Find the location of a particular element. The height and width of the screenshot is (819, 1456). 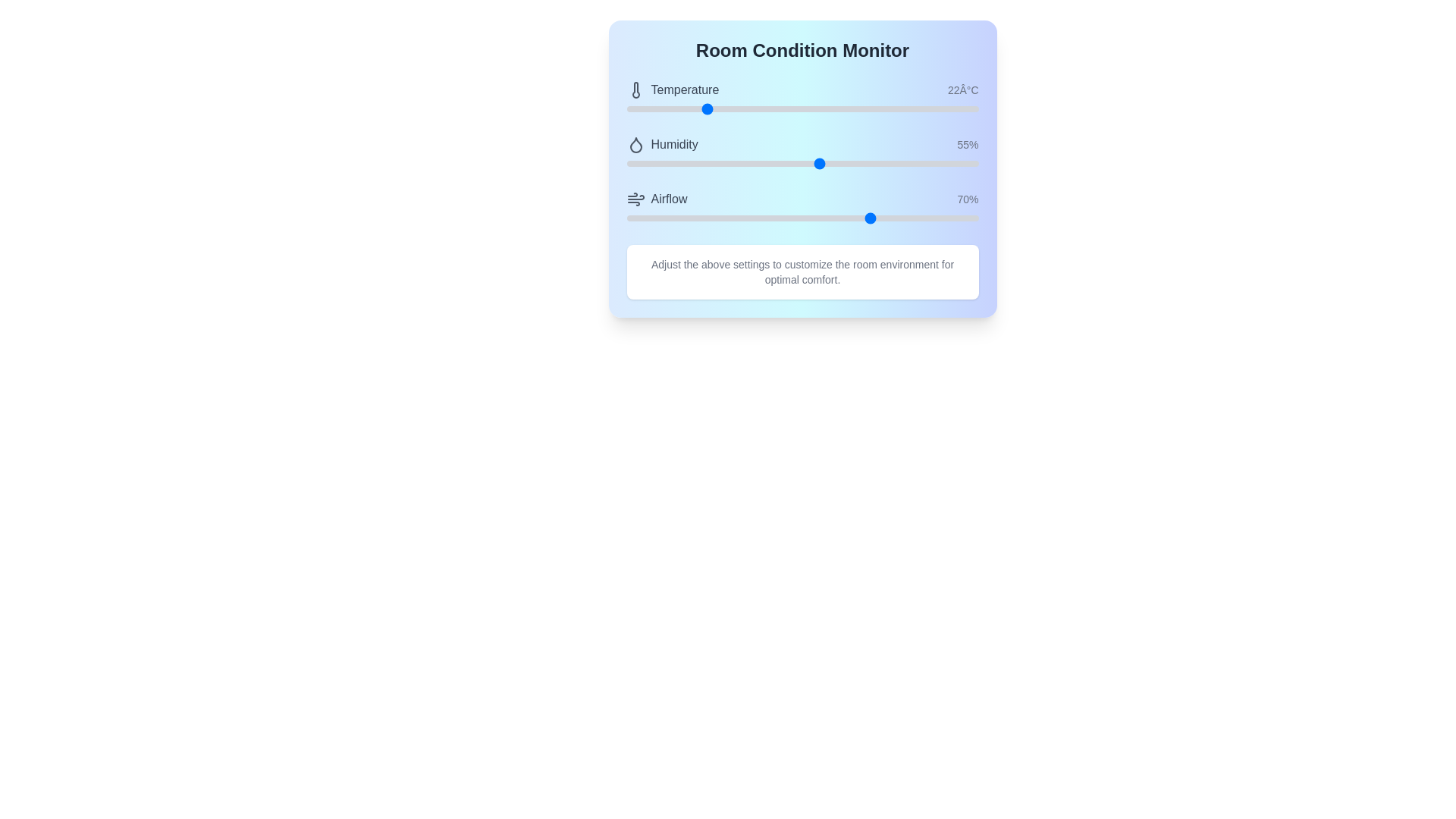

the sliders in the Interactive status display and adjustment panel is located at coordinates (802, 154).